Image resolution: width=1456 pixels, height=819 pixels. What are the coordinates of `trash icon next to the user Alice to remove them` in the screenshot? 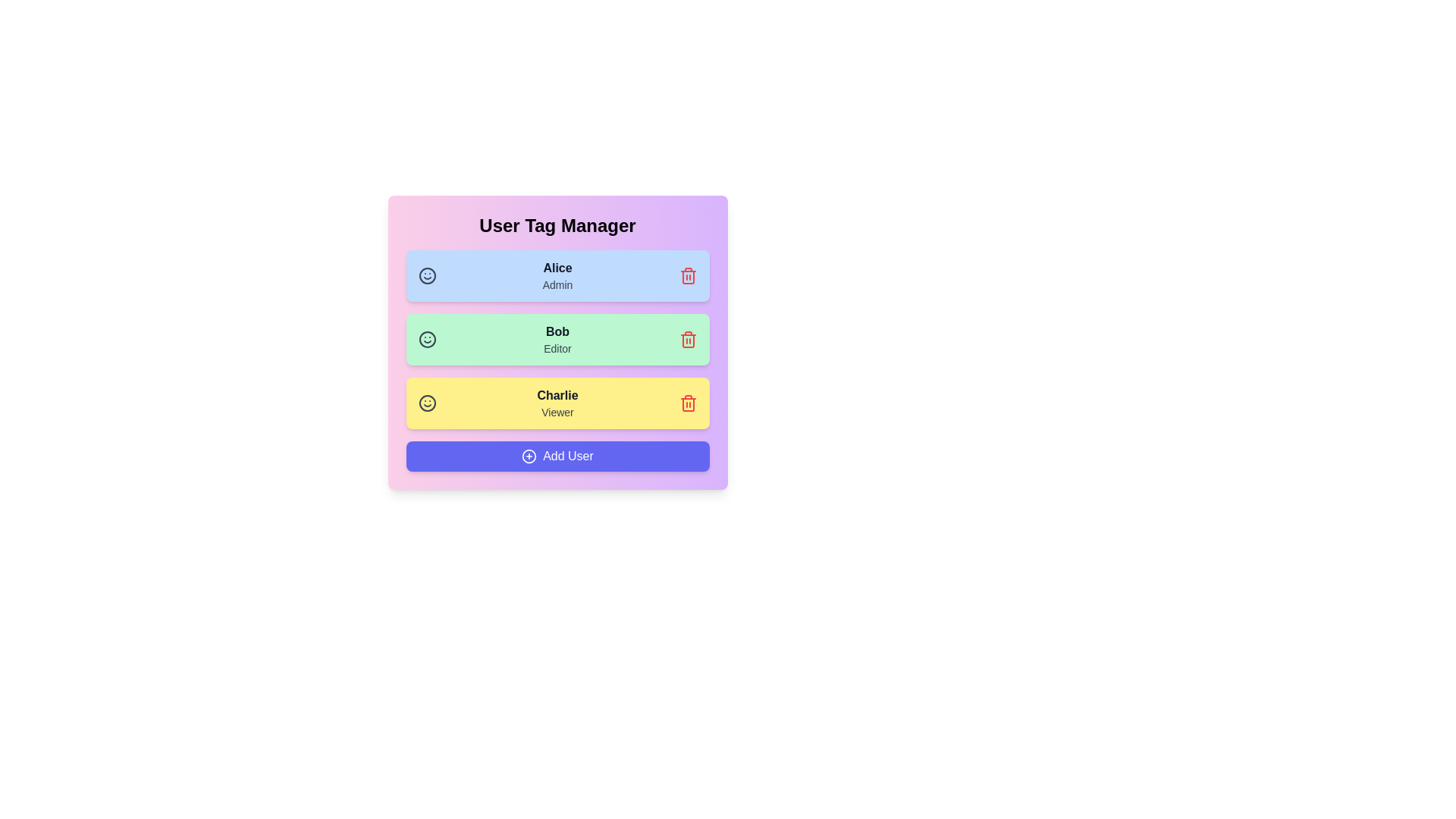 It's located at (687, 275).